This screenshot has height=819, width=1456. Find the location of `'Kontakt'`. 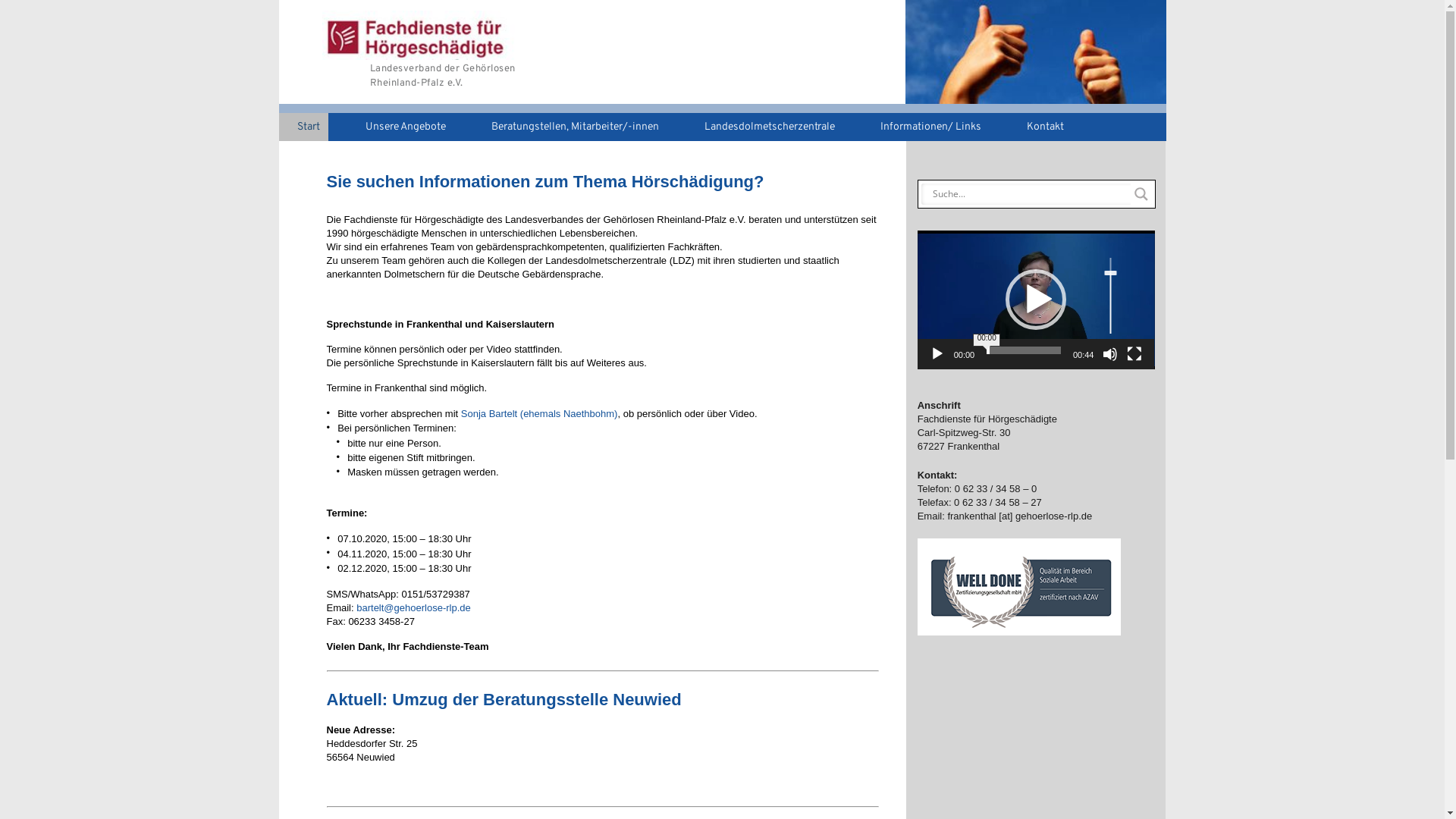

'Kontakt' is located at coordinates (1040, 126).